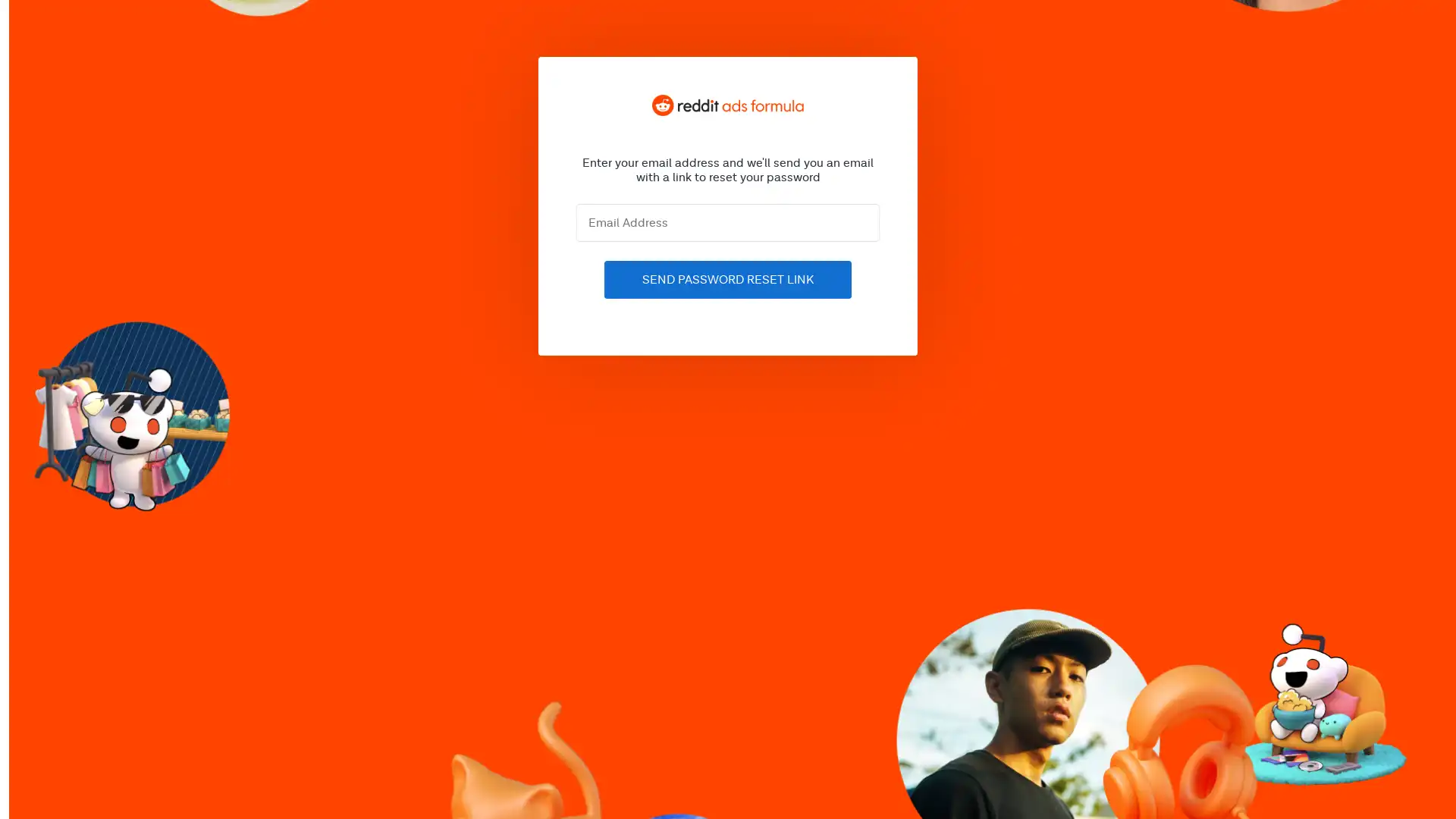 The height and width of the screenshot is (819, 1456). What do you see at coordinates (728, 280) in the screenshot?
I see `SEND PASSWORD RESET LINK` at bounding box center [728, 280].